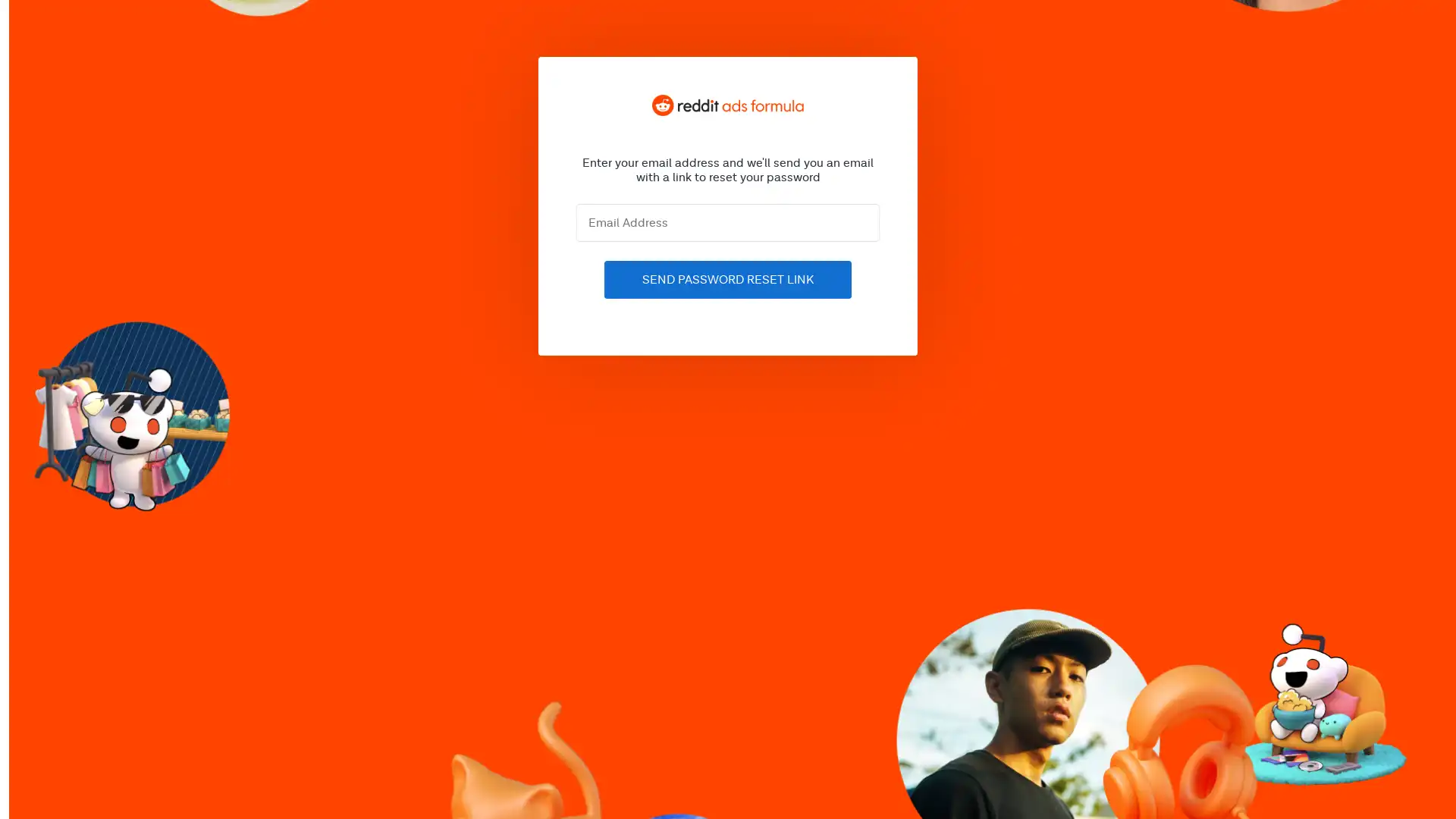 The height and width of the screenshot is (819, 1456). What do you see at coordinates (728, 280) in the screenshot?
I see `SEND PASSWORD RESET LINK` at bounding box center [728, 280].